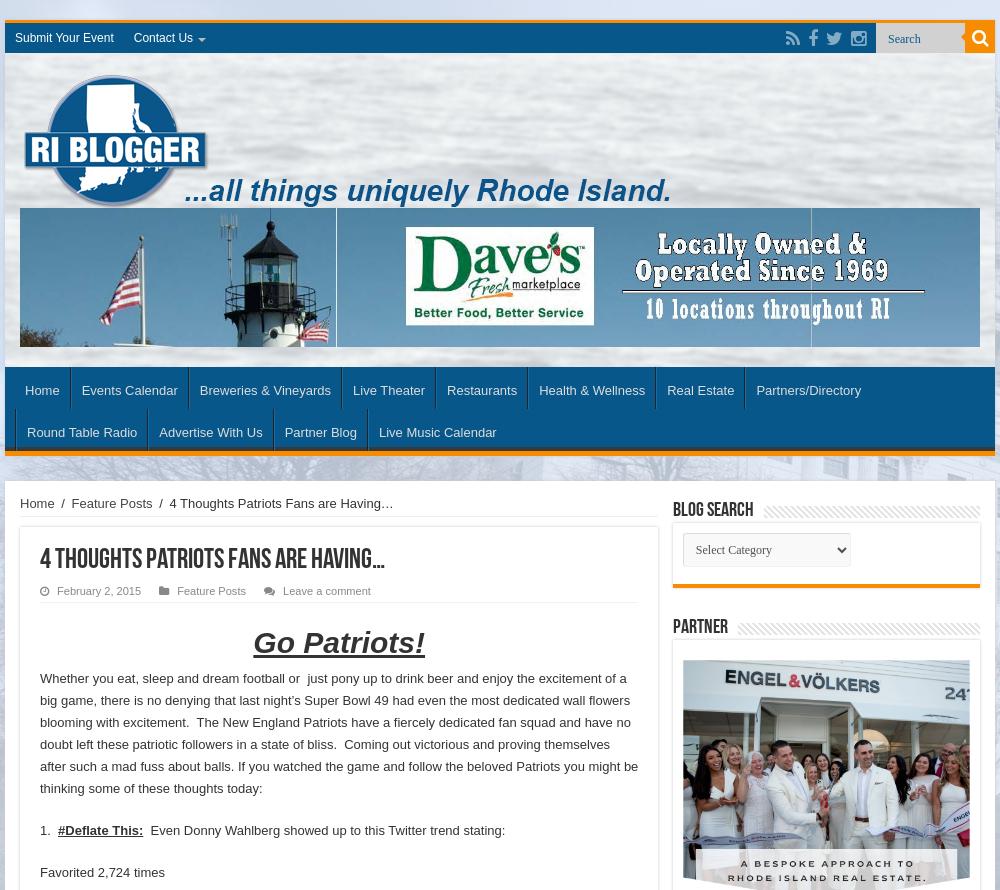  I want to click on 'Even Donny Wahlberg showed up to this Twitter trend stating:', so click(323, 828).